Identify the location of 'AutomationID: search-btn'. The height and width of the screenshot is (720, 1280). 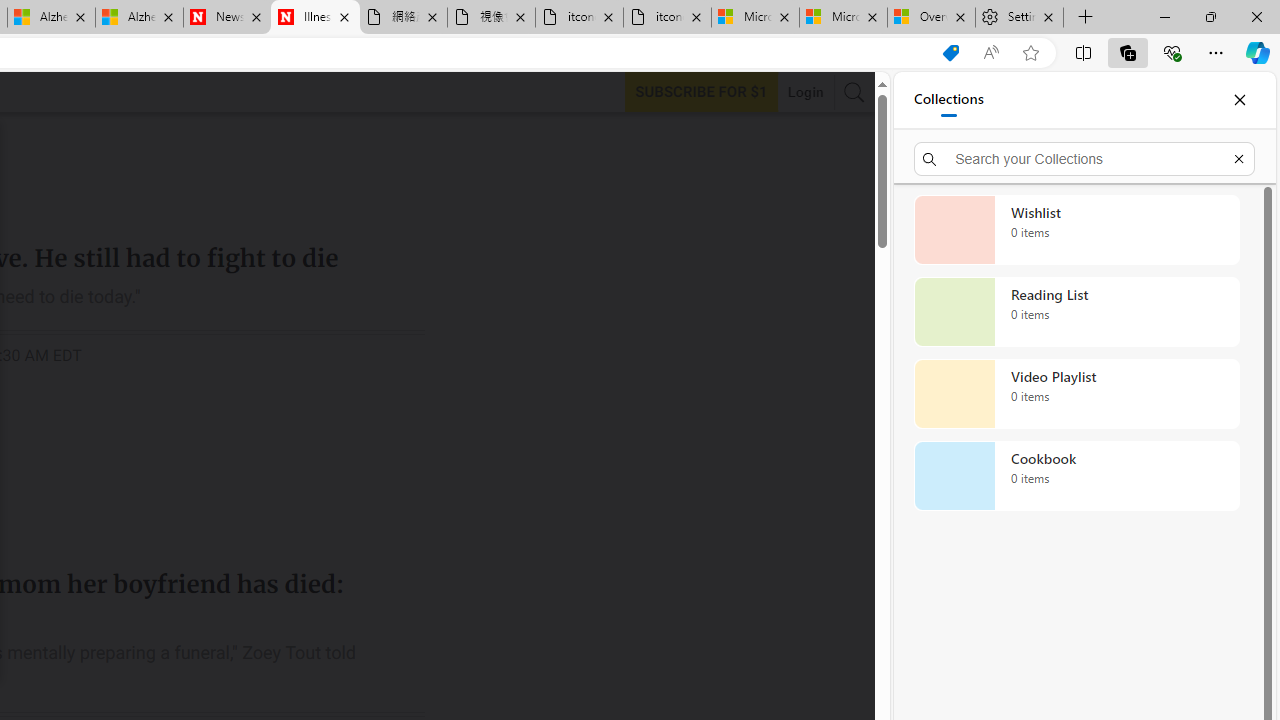
(855, 92).